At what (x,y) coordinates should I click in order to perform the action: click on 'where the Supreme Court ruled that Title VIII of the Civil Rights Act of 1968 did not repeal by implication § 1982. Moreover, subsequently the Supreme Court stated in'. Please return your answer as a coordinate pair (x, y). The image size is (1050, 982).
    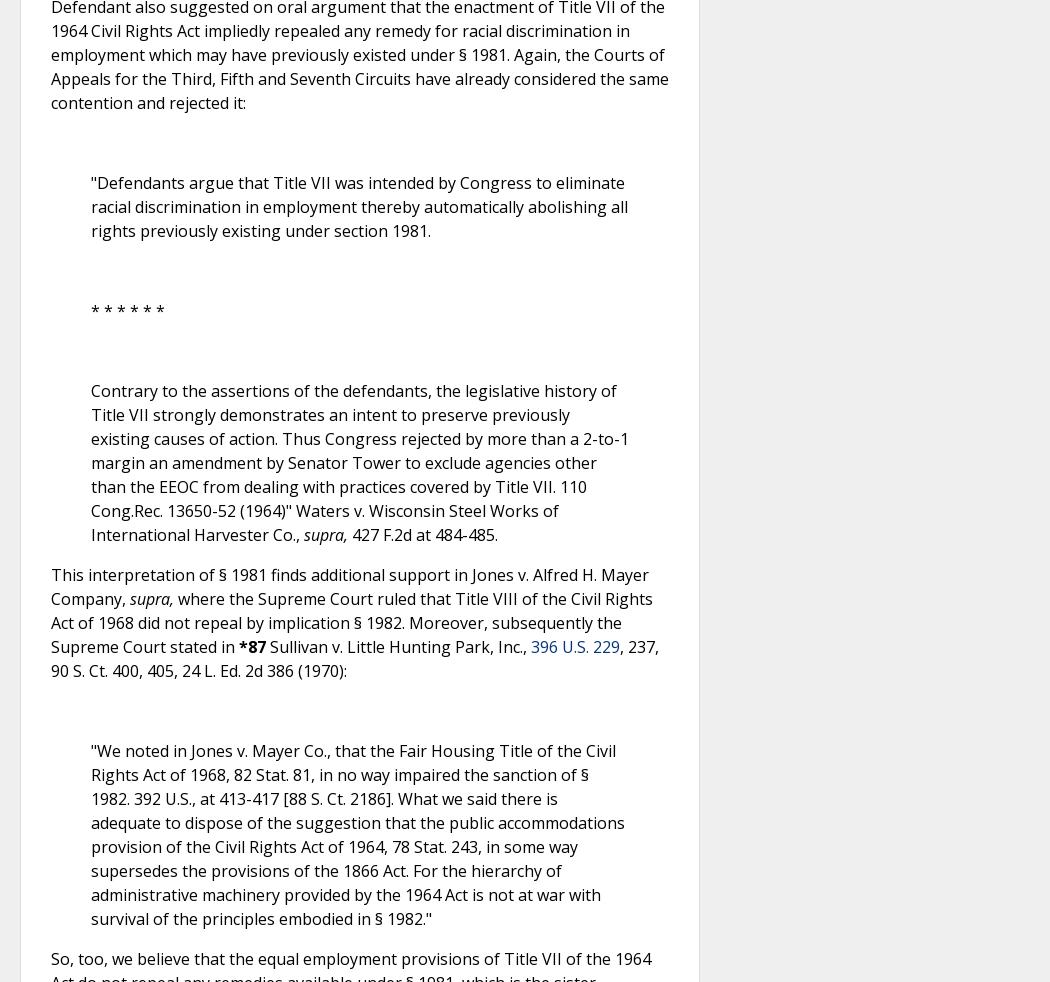
    Looking at the image, I should click on (350, 621).